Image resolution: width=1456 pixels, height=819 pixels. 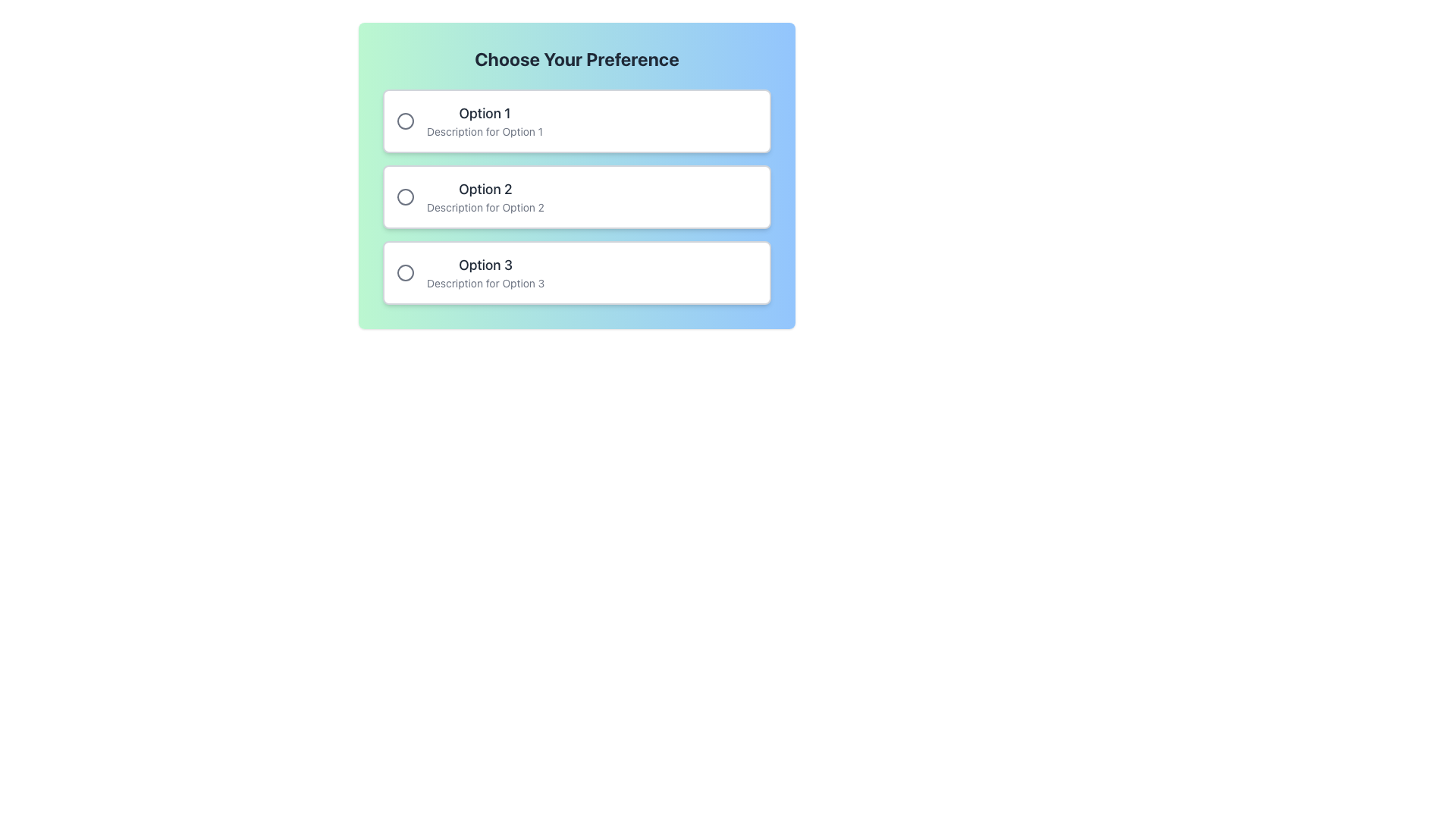 What do you see at coordinates (485, 271) in the screenshot?
I see `the text label that displays 'Option 3' with a bold, dark gray font and a description below it` at bounding box center [485, 271].